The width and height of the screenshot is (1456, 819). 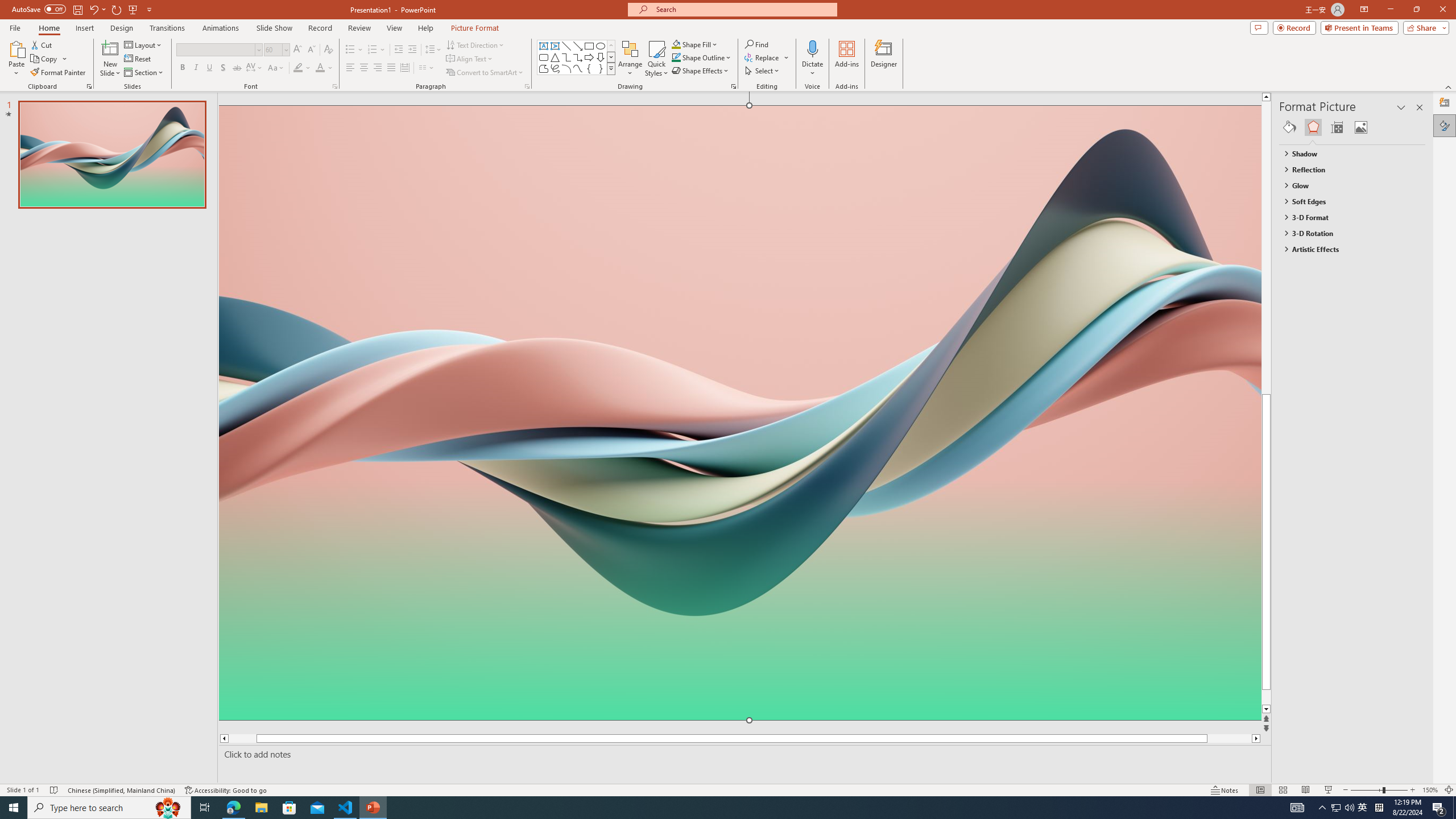 What do you see at coordinates (1360, 126) in the screenshot?
I see `'Picture'` at bounding box center [1360, 126].